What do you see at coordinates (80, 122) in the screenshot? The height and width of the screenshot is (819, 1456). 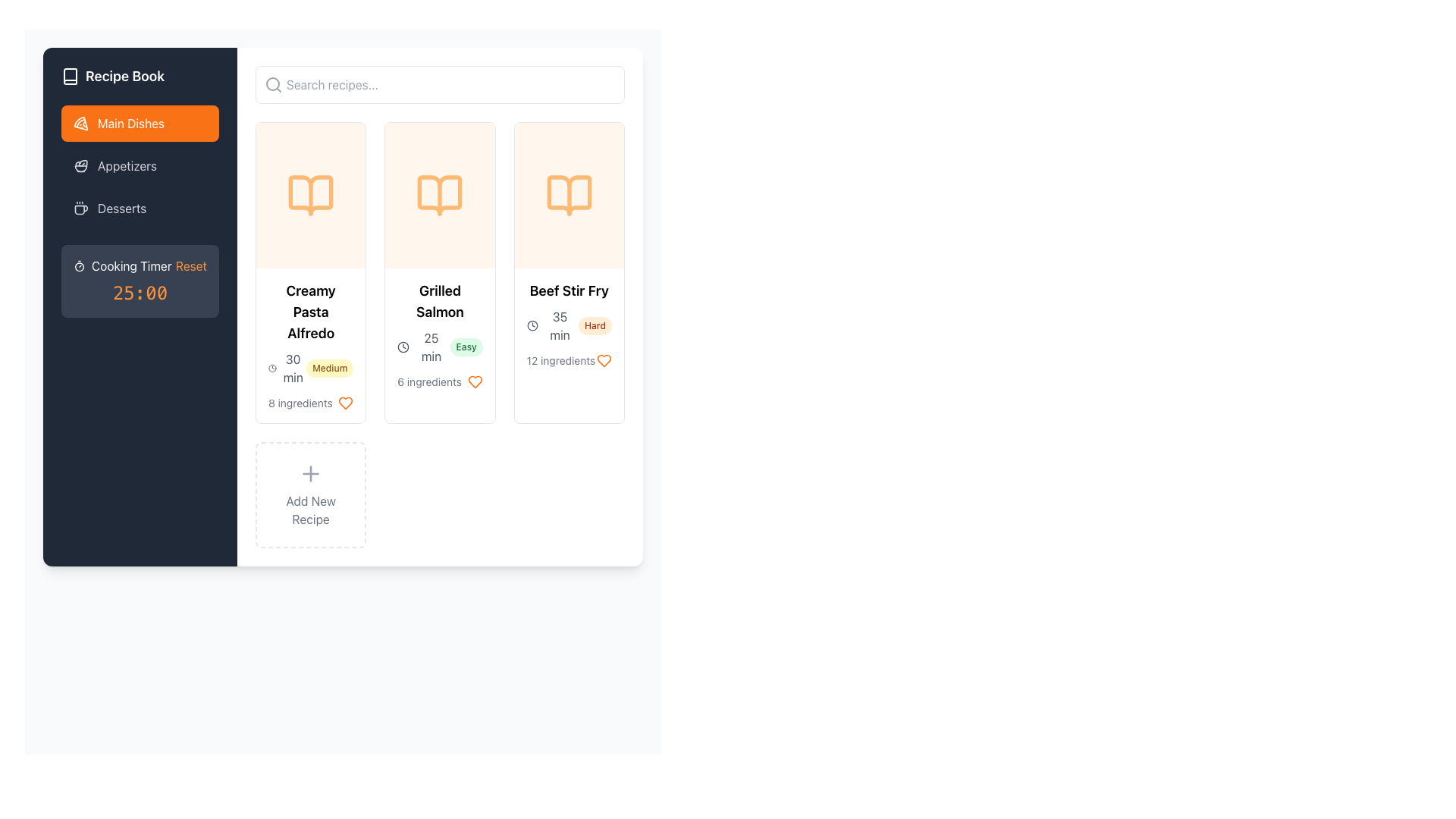 I see `the 'Main Dishes' navigation icon located in the left sidebar of the interface, which visually represents the 'Main Dishes' category` at bounding box center [80, 122].